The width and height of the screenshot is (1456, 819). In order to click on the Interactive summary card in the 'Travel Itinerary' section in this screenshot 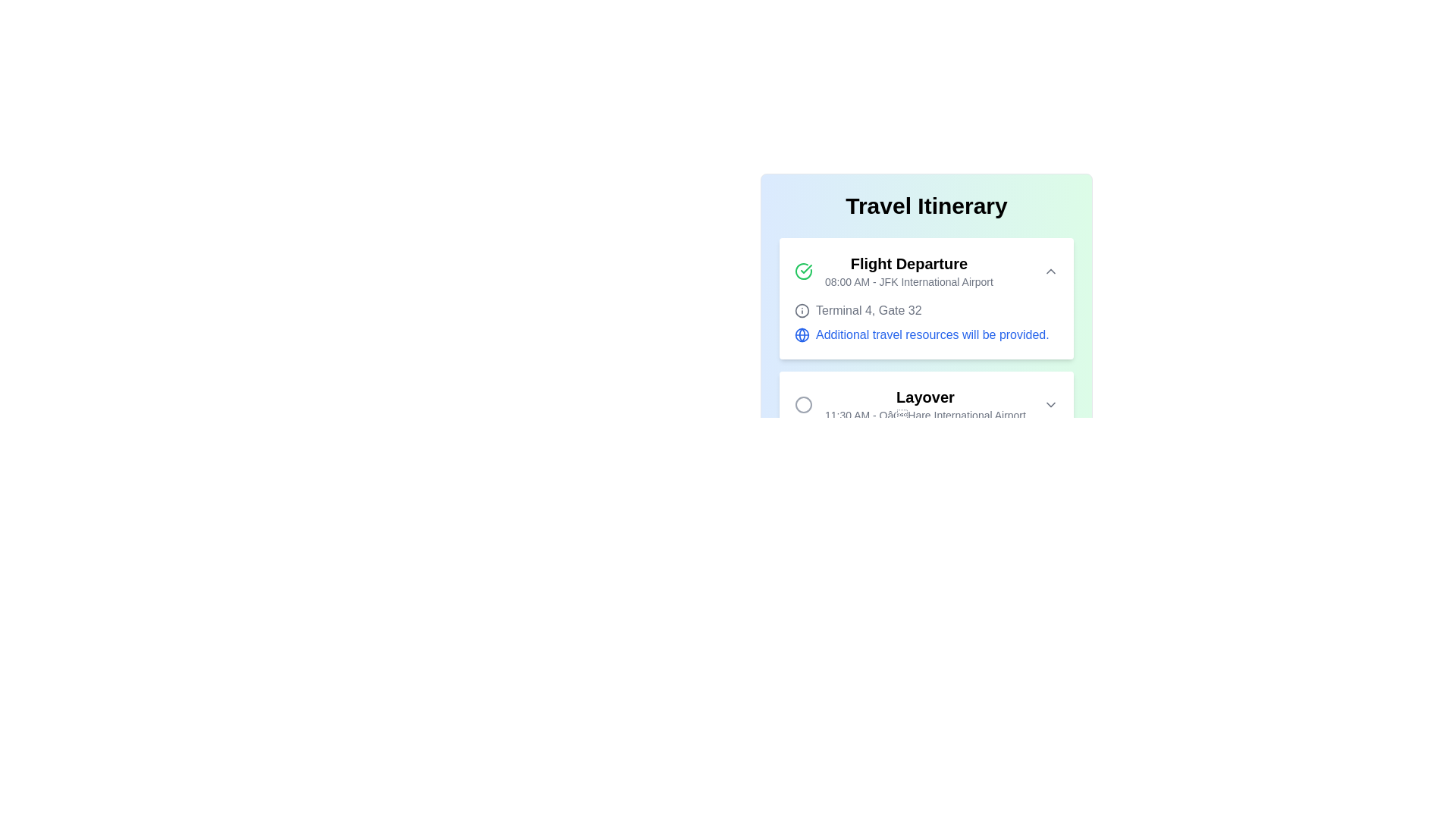, I will do `click(926, 403)`.